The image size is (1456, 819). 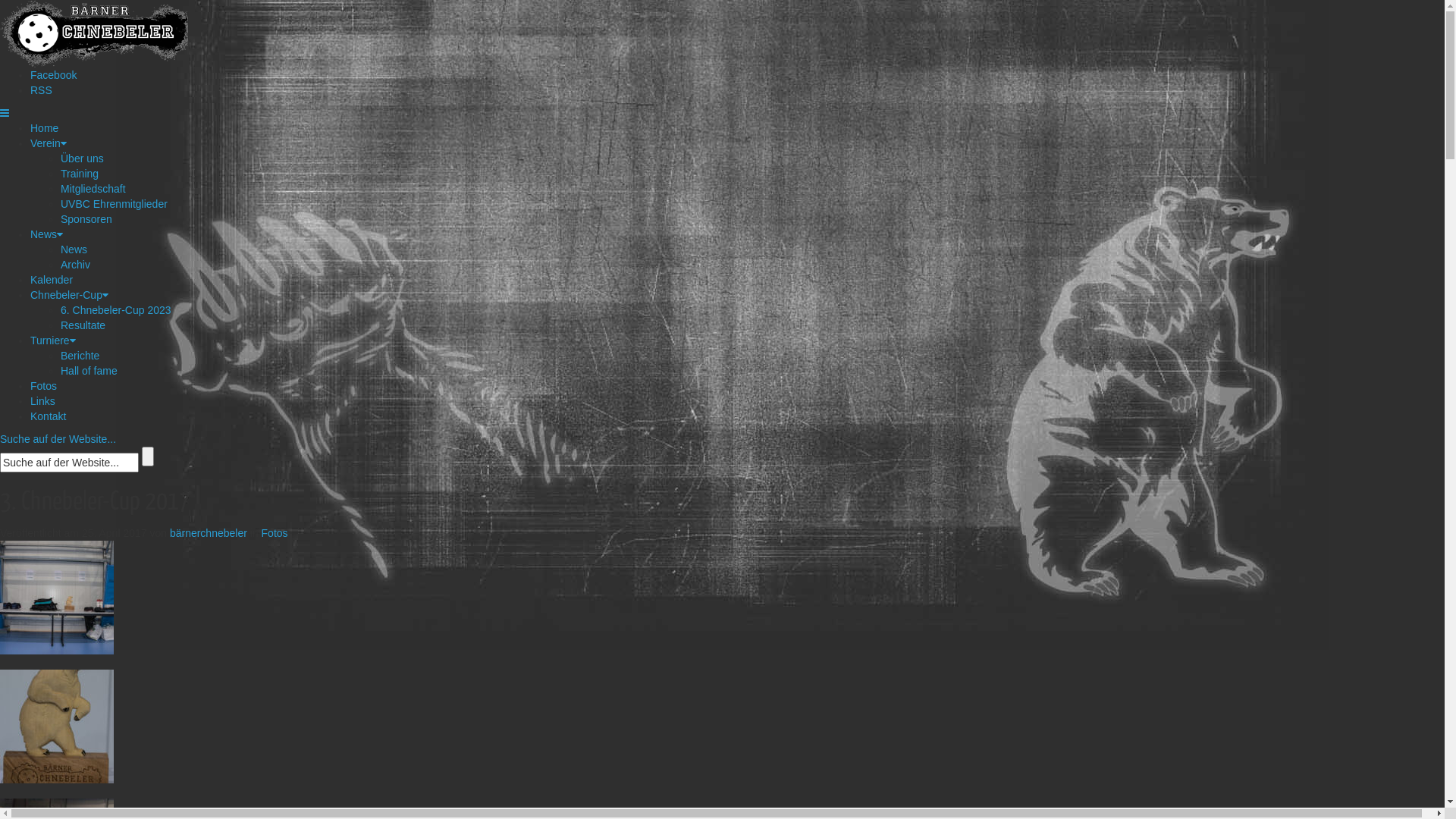 What do you see at coordinates (79, 172) in the screenshot?
I see `'Training'` at bounding box center [79, 172].